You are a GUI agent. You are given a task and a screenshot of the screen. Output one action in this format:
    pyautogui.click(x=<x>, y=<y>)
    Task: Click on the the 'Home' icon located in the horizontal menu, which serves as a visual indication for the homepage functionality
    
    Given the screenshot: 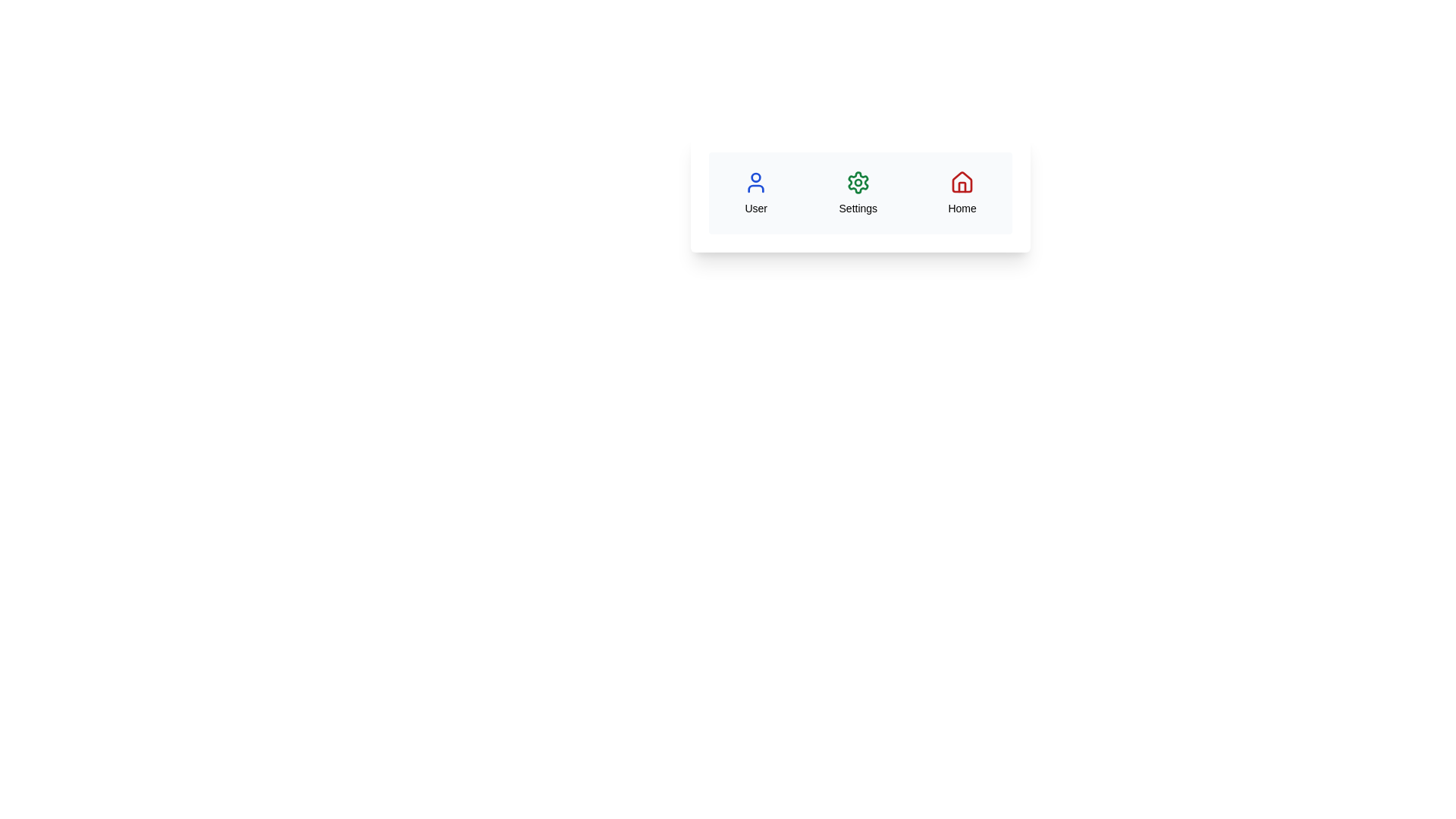 What is the action you would take?
    pyautogui.click(x=962, y=181)
    